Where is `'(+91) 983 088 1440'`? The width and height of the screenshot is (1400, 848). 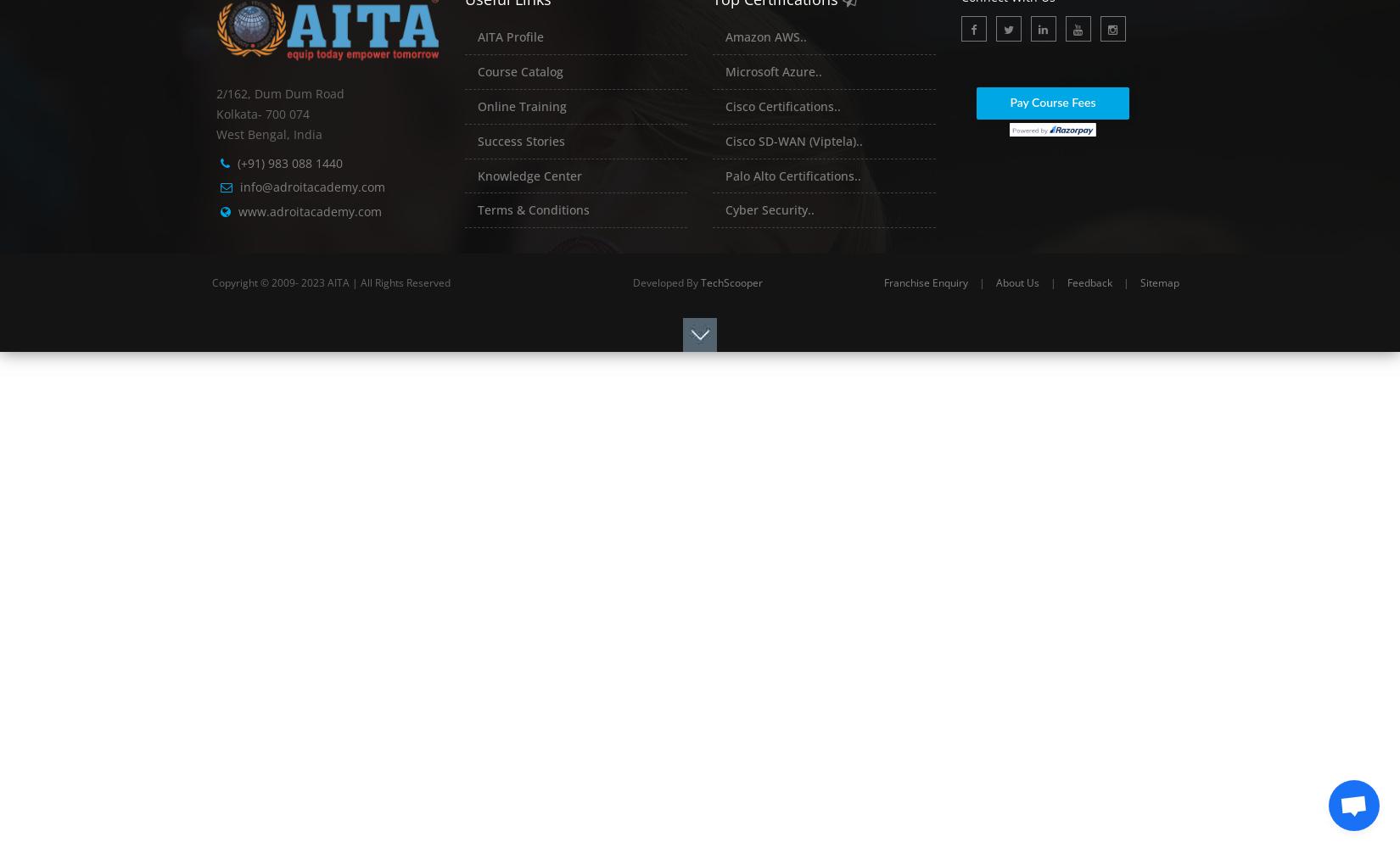 '(+91) 983 088 1440' is located at coordinates (290, 161).